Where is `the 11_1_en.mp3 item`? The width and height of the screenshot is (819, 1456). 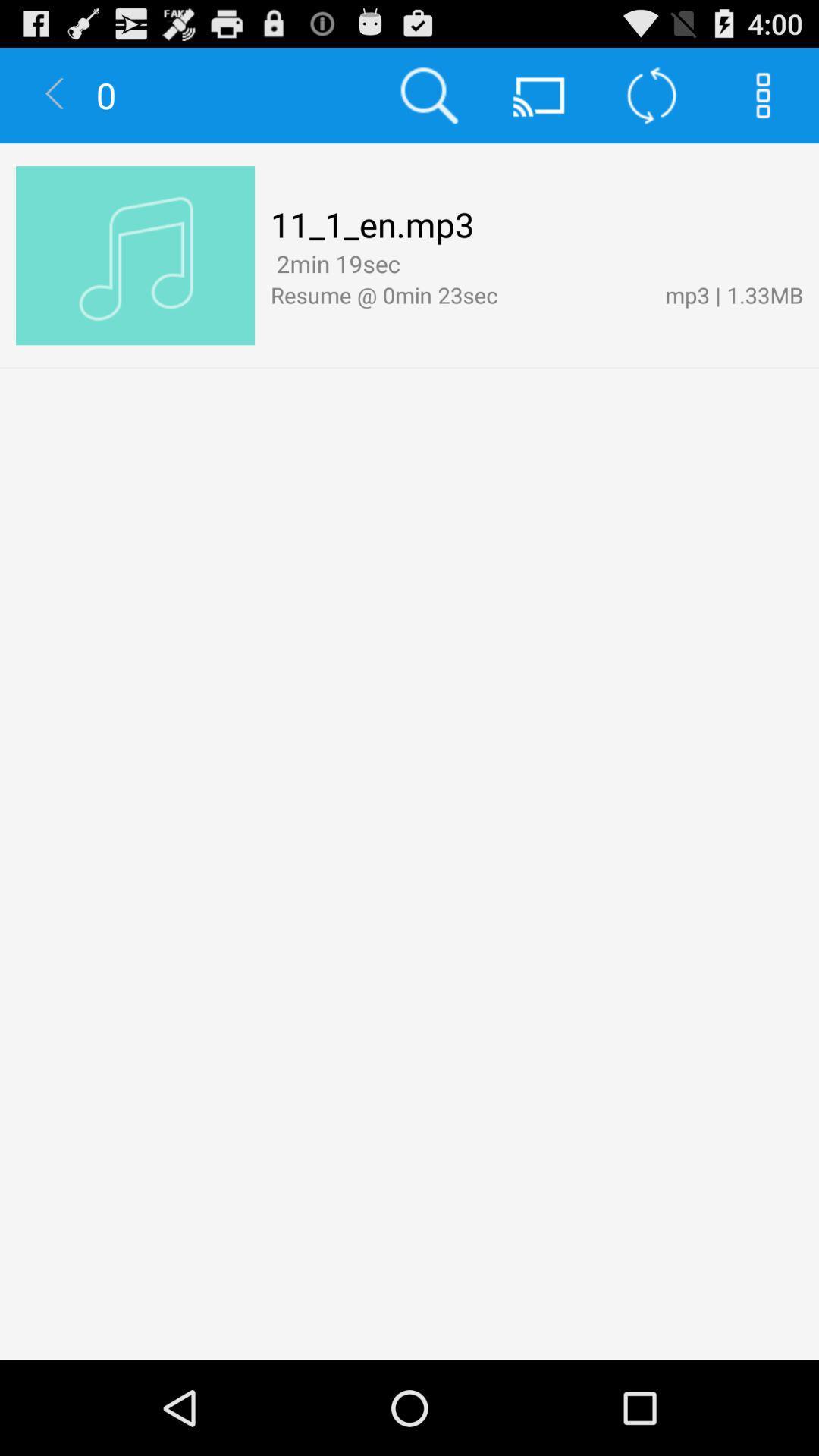 the 11_1_en.mp3 item is located at coordinates (372, 223).